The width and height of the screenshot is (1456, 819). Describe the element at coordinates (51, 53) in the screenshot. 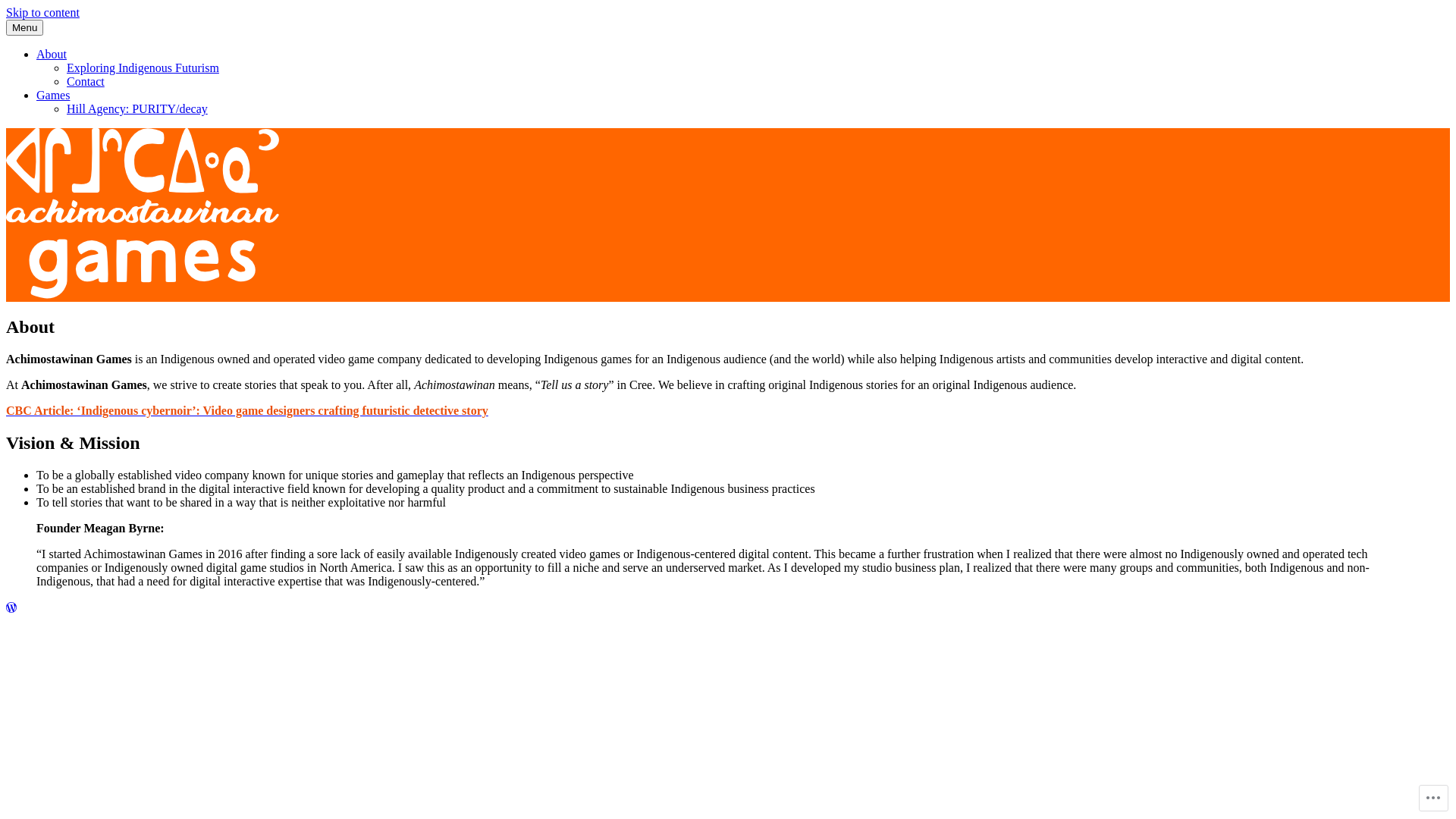

I see `'About'` at that location.